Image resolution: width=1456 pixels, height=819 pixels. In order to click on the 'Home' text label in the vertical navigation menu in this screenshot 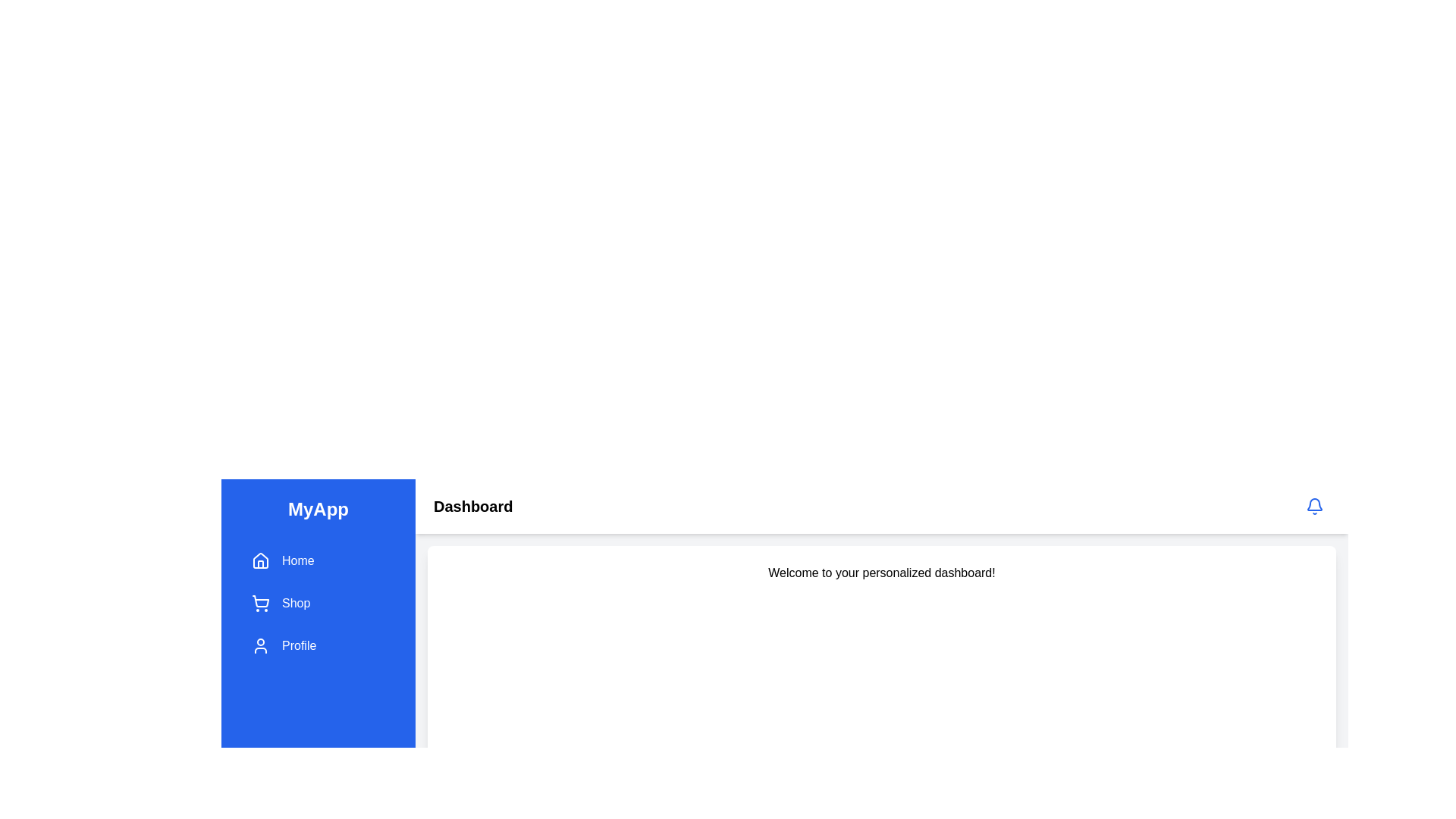, I will do `click(298, 561)`.